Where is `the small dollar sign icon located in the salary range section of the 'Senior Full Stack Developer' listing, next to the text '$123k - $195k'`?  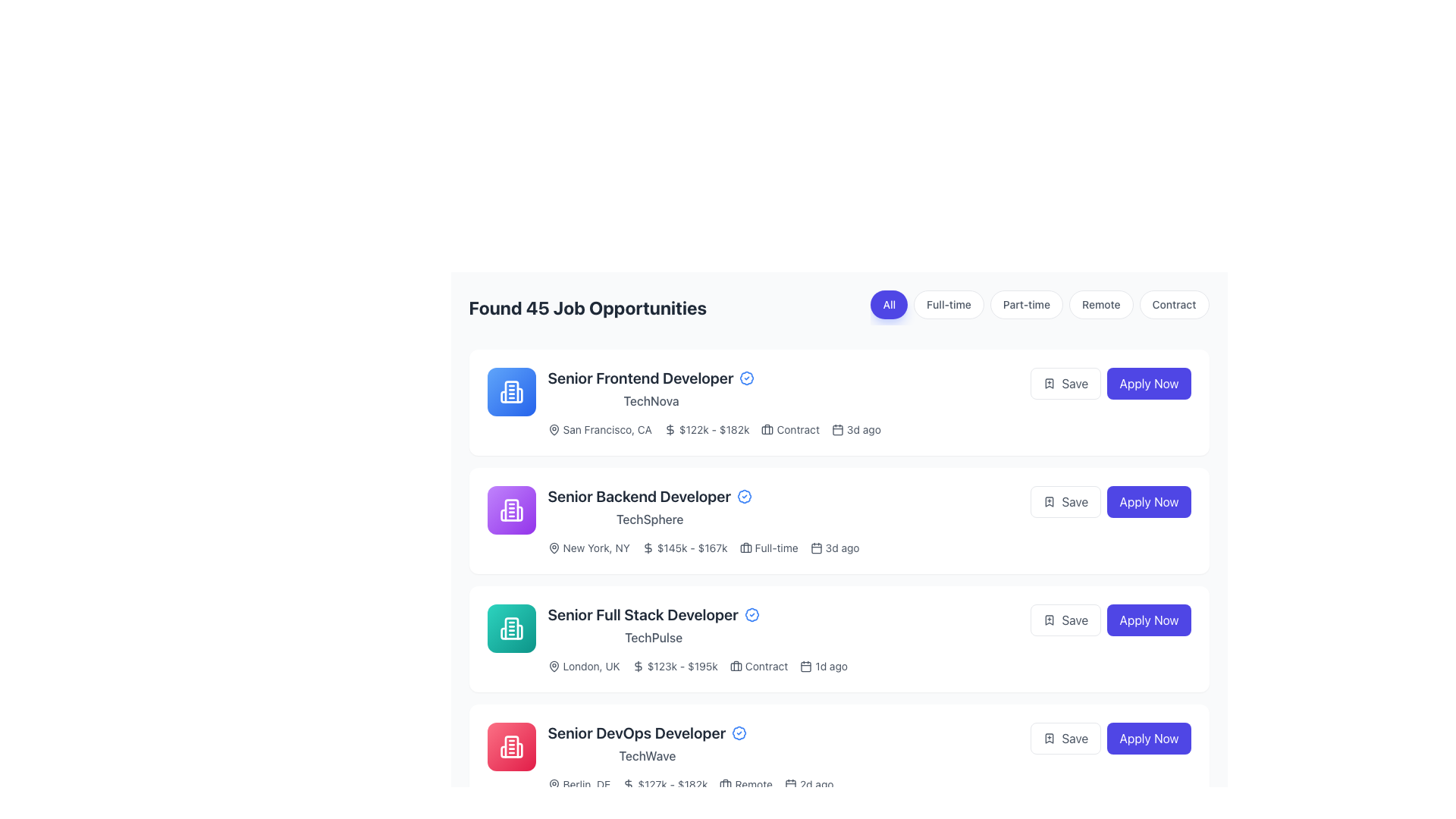 the small dollar sign icon located in the salary range section of the 'Senior Full Stack Developer' listing, next to the text '$123k - $195k' is located at coordinates (638, 666).